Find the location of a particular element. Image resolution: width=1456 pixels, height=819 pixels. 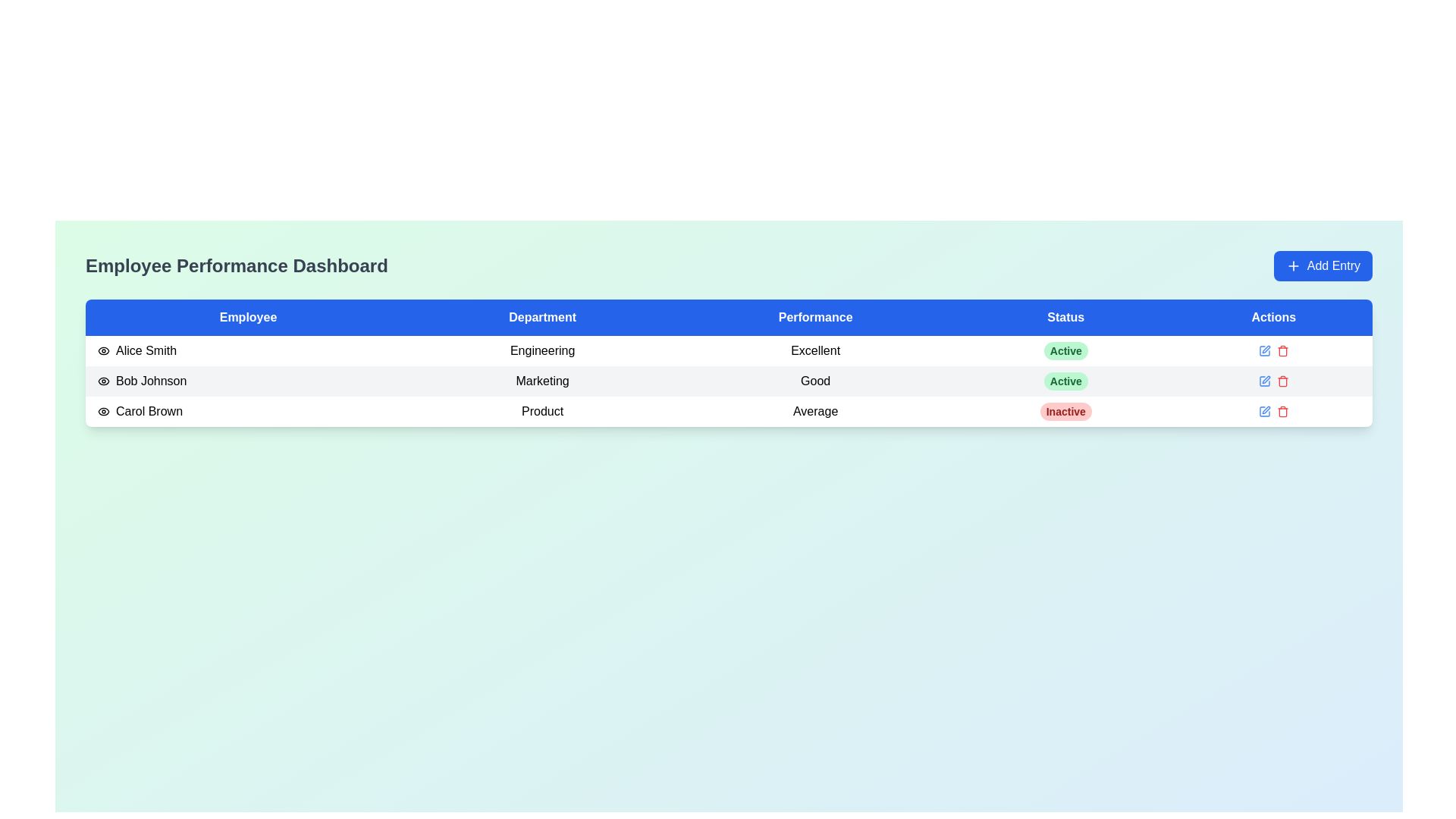

the 'Active' badge in the status column of the second row for 'Bob Johnson', which is a pill-shaped badge with bold green text on a light green background is located at coordinates (1065, 380).